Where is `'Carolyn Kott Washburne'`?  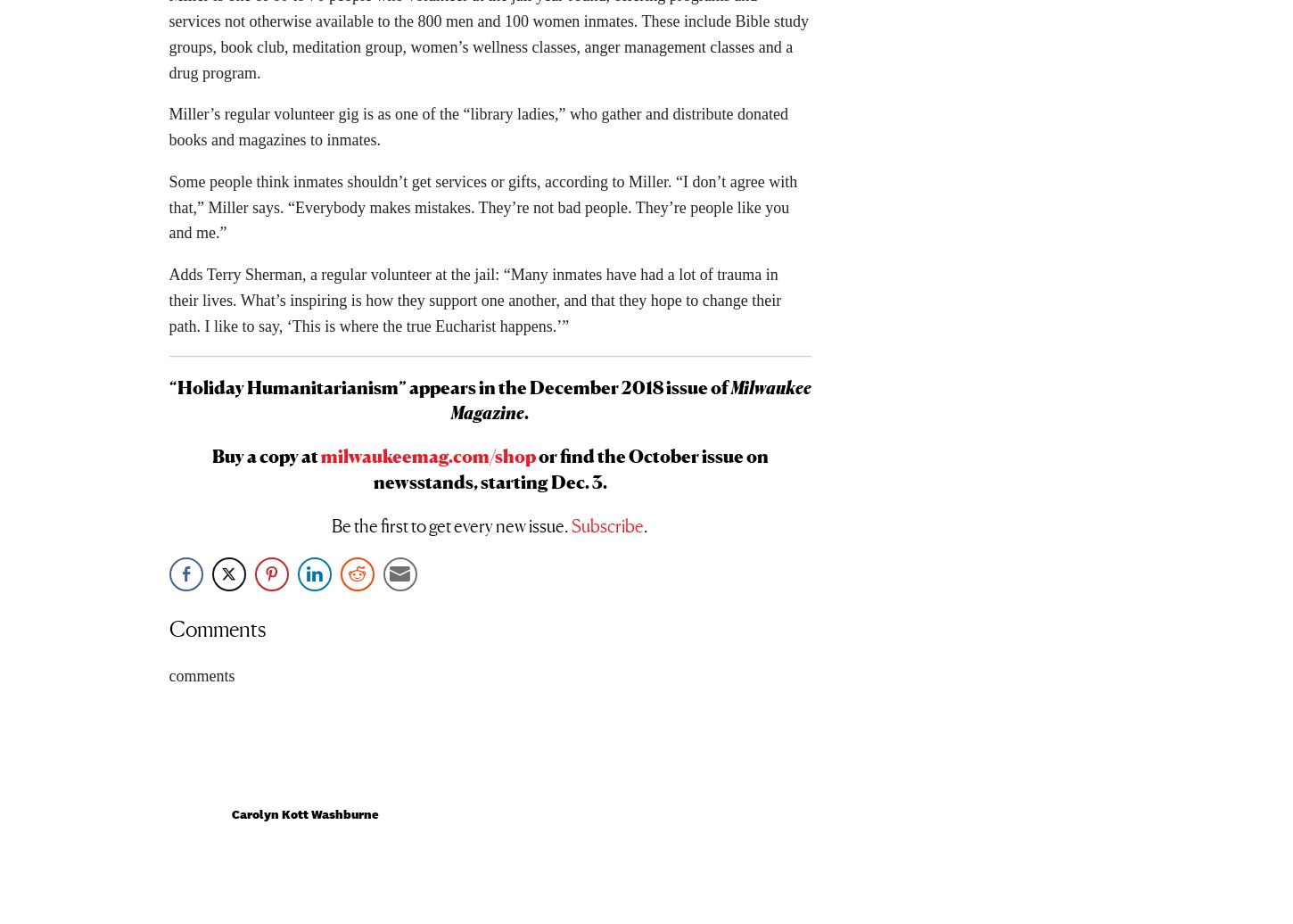
'Carolyn Kott Washburne' is located at coordinates (231, 820).